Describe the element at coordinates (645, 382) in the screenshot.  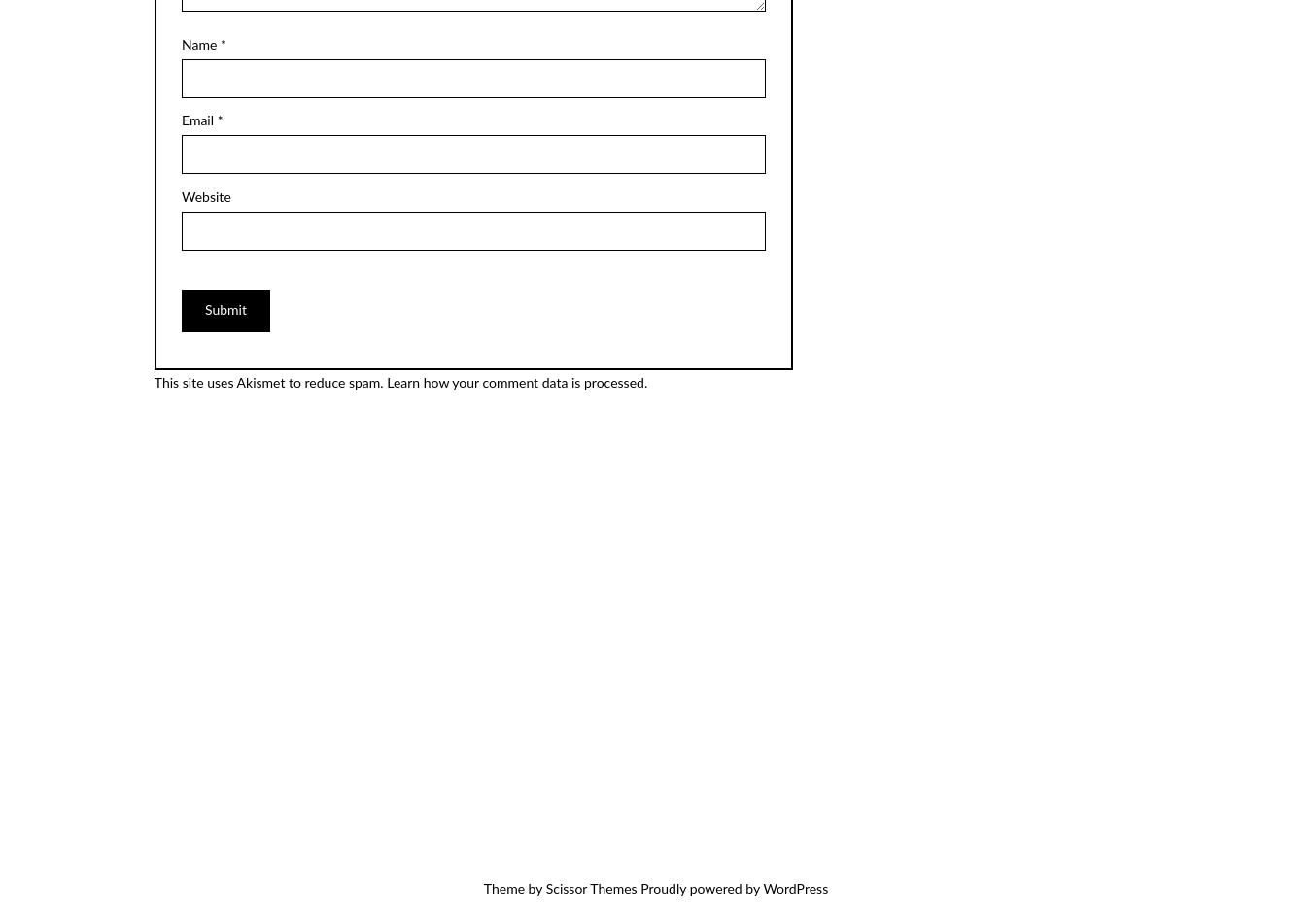
I see `'.'` at that location.